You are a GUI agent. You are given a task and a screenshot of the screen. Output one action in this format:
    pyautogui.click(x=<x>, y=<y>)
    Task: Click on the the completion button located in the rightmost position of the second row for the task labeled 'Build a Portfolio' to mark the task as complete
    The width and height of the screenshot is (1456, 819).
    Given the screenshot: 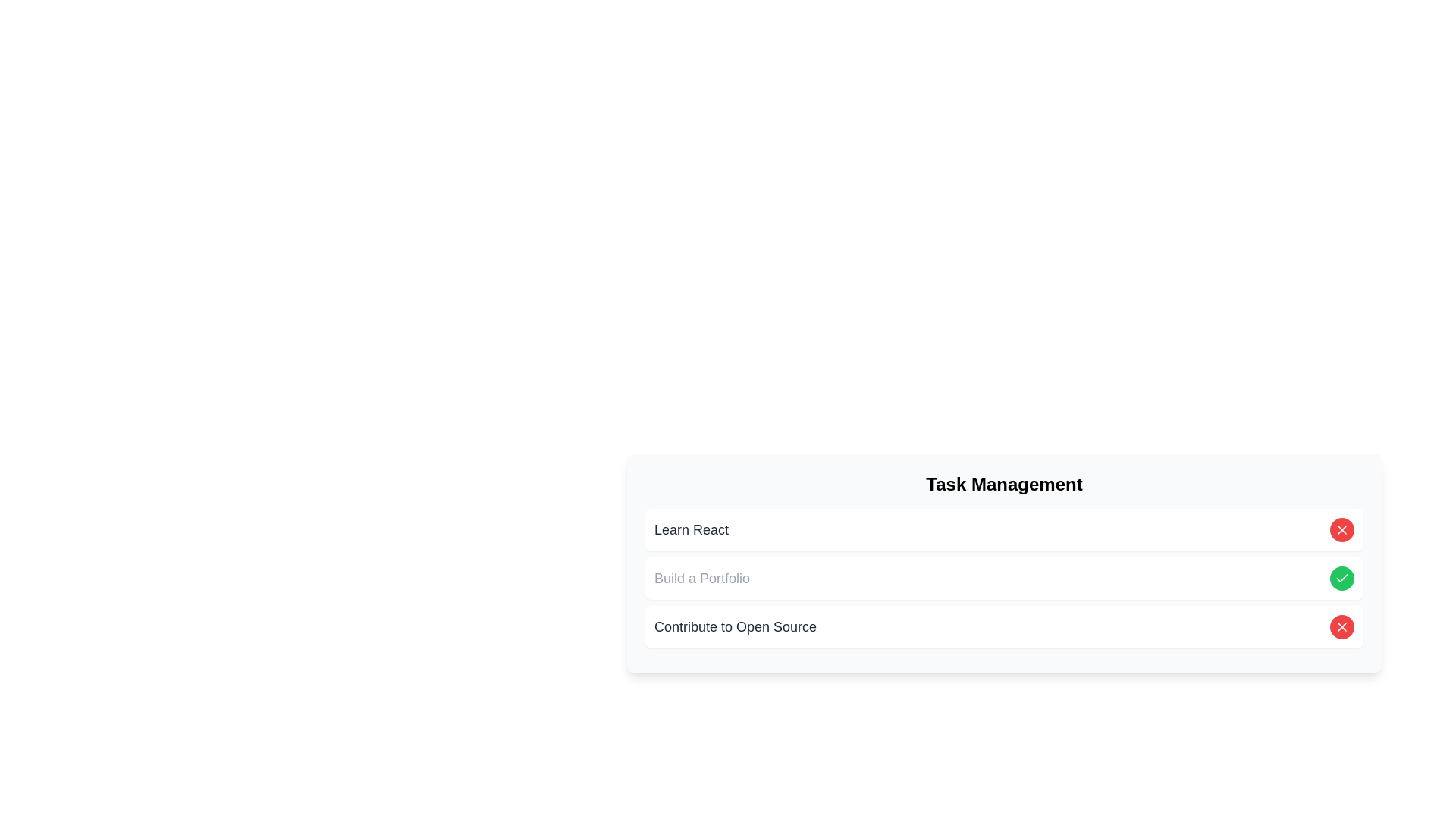 What is the action you would take?
    pyautogui.click(x=1342, y=579)
    